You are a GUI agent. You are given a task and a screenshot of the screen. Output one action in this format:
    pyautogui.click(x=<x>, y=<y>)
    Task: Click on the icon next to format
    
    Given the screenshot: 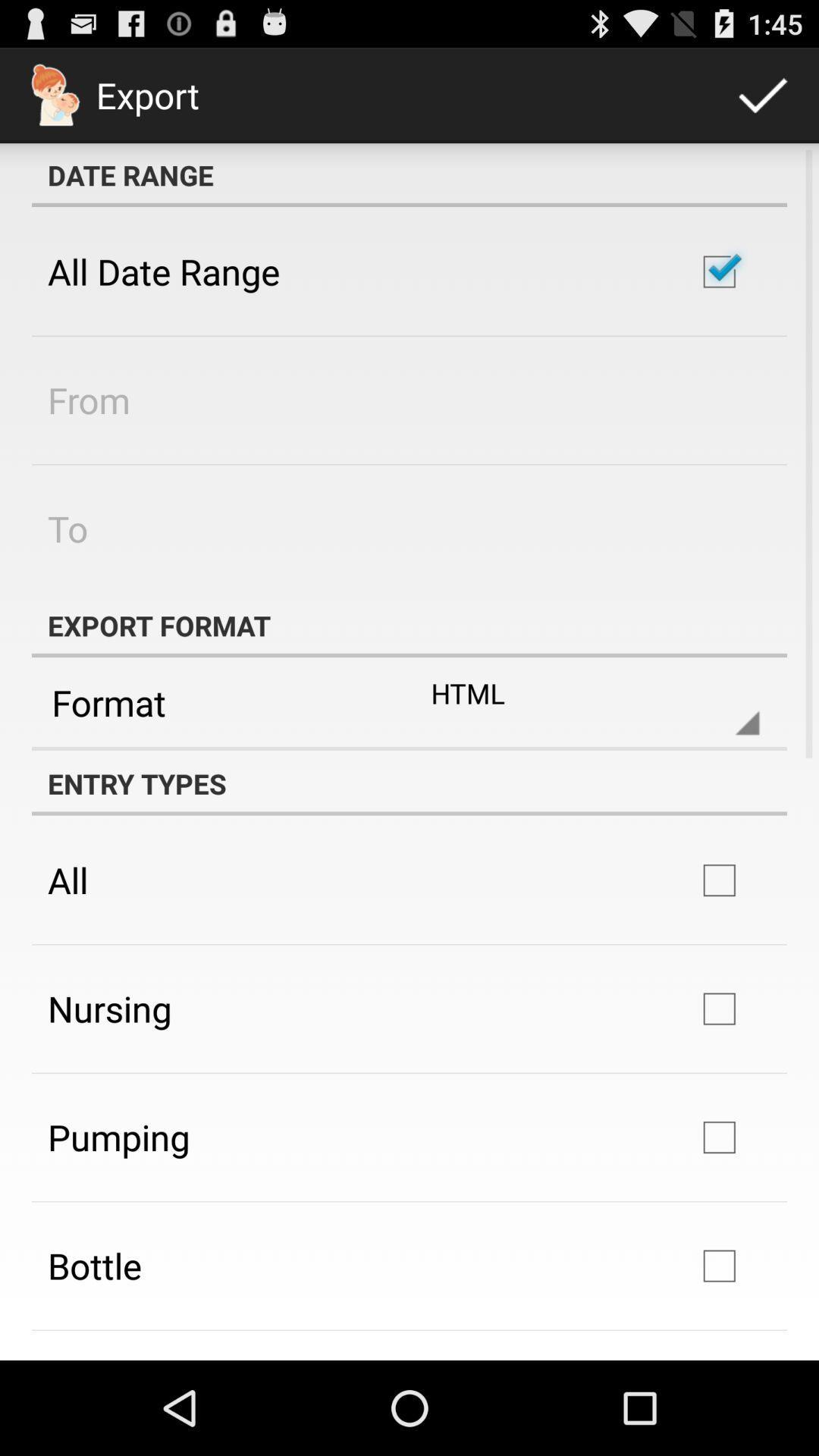 What is the action you would take?
    pyautogui.click(x=582, y=701)
    